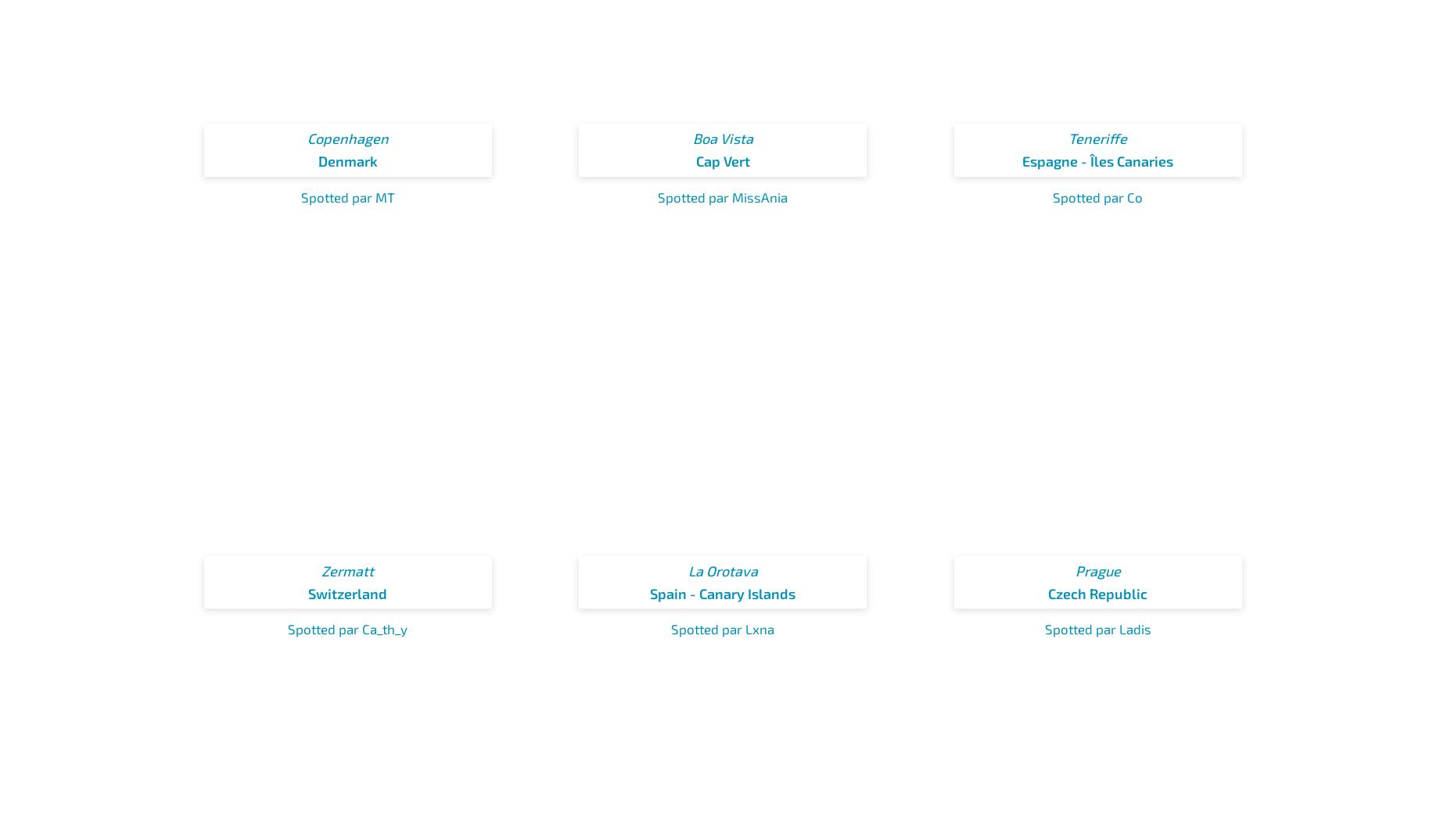  Describe the element at coordinates (1097, 592) in the screenshot. I see `'Czech Republic'` at that location.